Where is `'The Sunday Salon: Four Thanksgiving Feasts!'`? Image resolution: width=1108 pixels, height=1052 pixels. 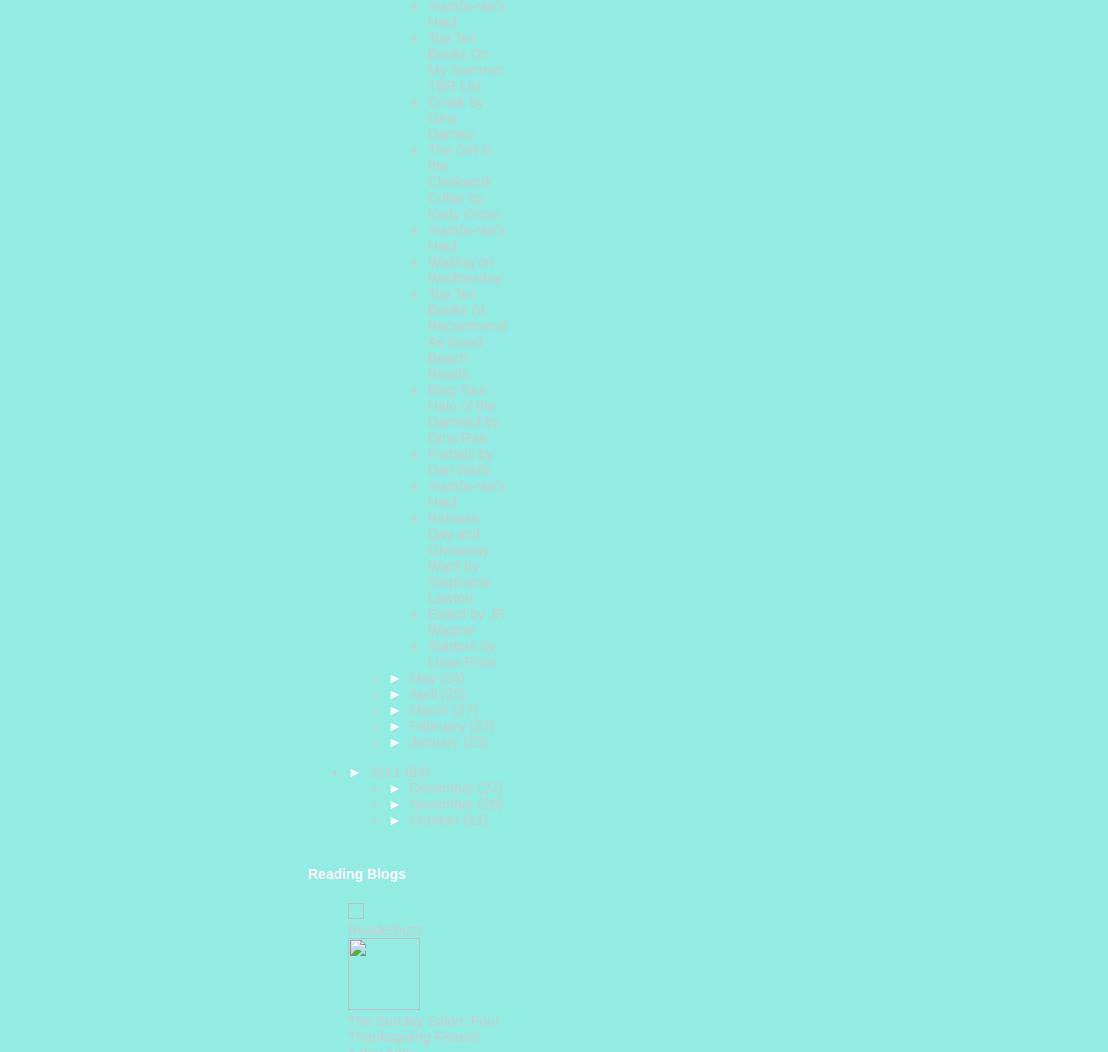
'The Sunday Salon: Four Thanksgiving Feasts!' is located at coordinates (347, 1027).